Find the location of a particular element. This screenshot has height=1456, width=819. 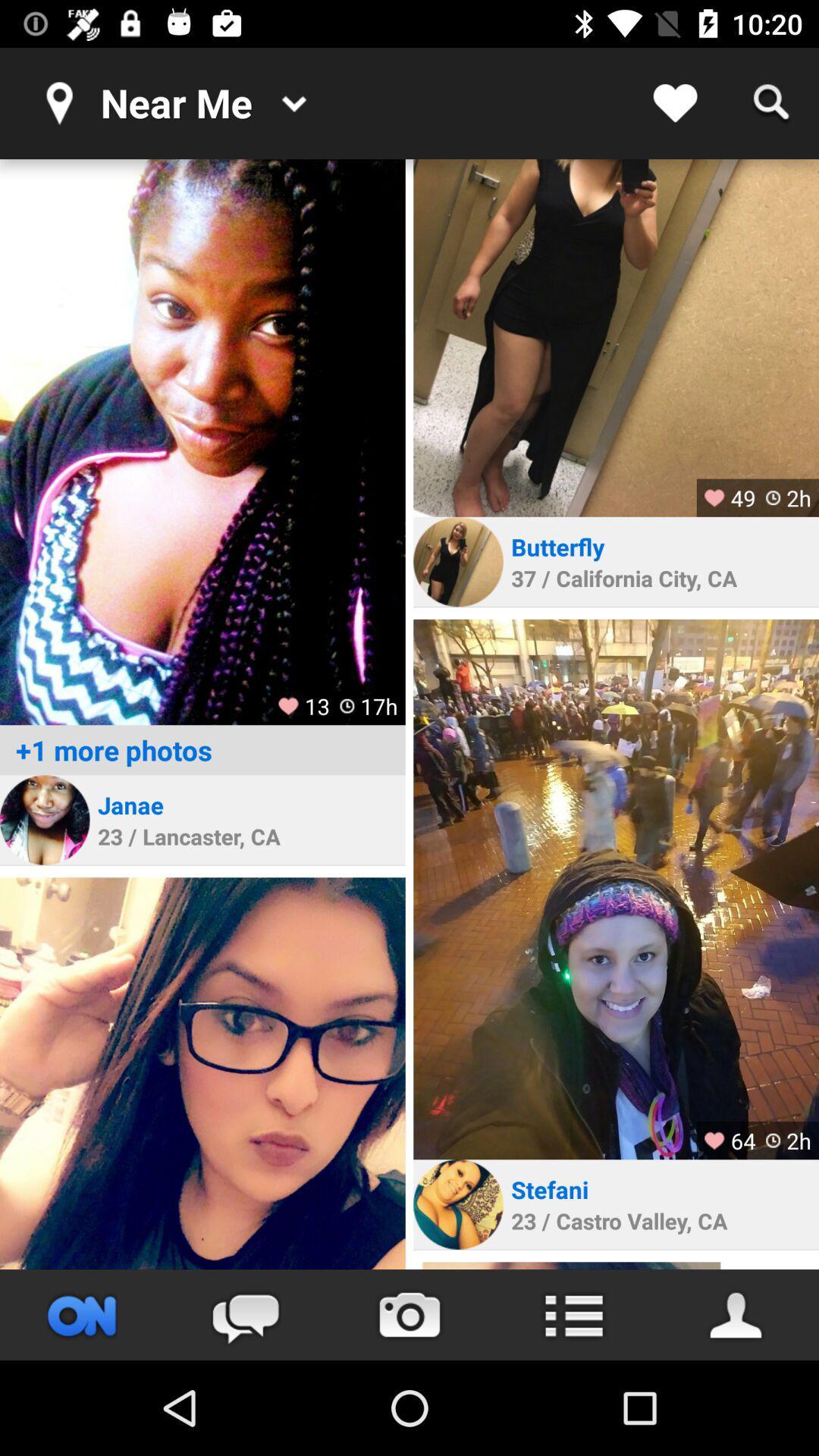

the +1 more photos item is located at coordinates (202, 750).